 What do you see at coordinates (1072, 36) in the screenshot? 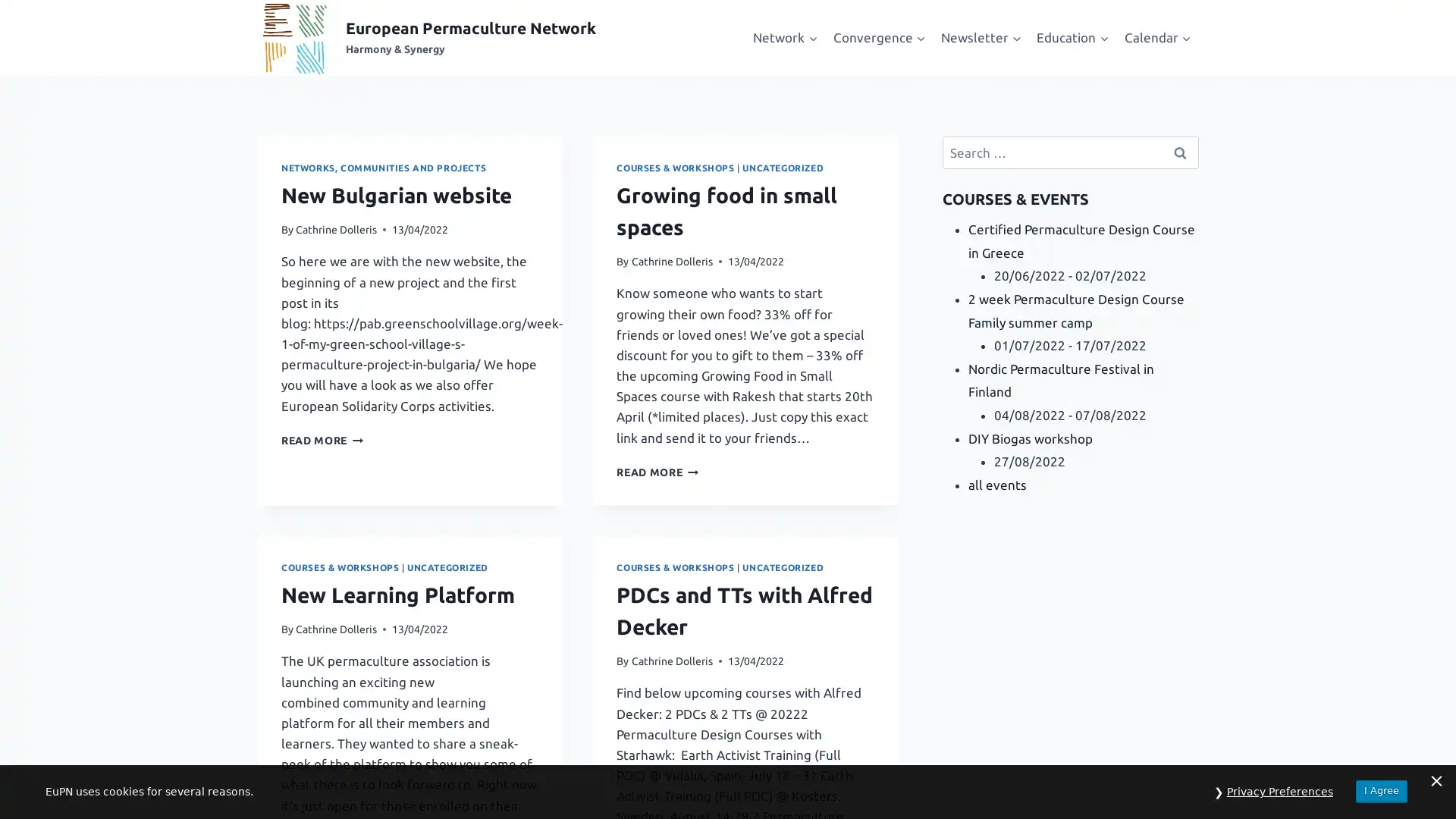
I see `Expand child menu` at bounding box center [1072, 36].